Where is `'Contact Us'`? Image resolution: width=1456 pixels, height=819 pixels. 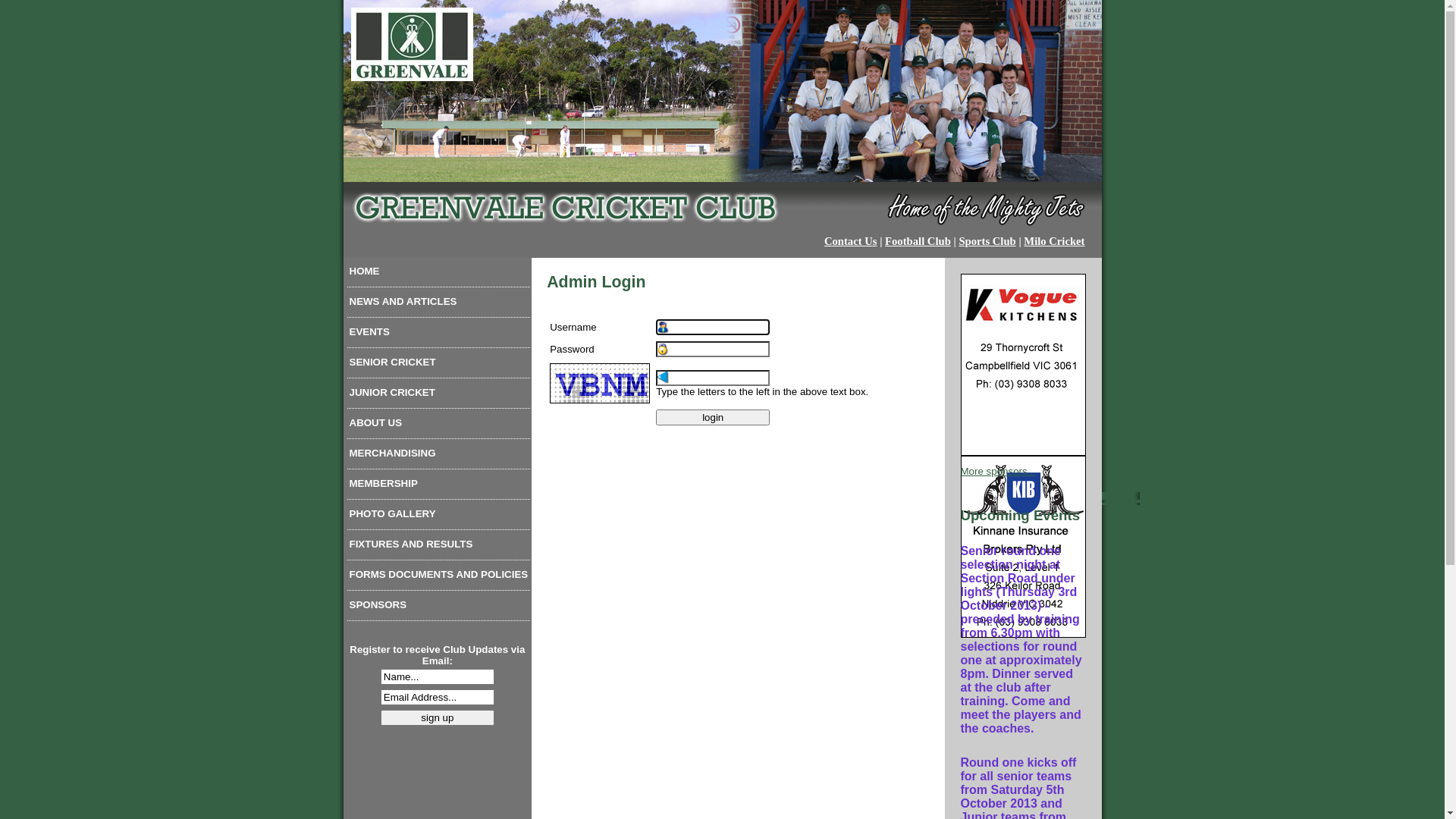 'Contact Us' is located at coordinates (851, 240).